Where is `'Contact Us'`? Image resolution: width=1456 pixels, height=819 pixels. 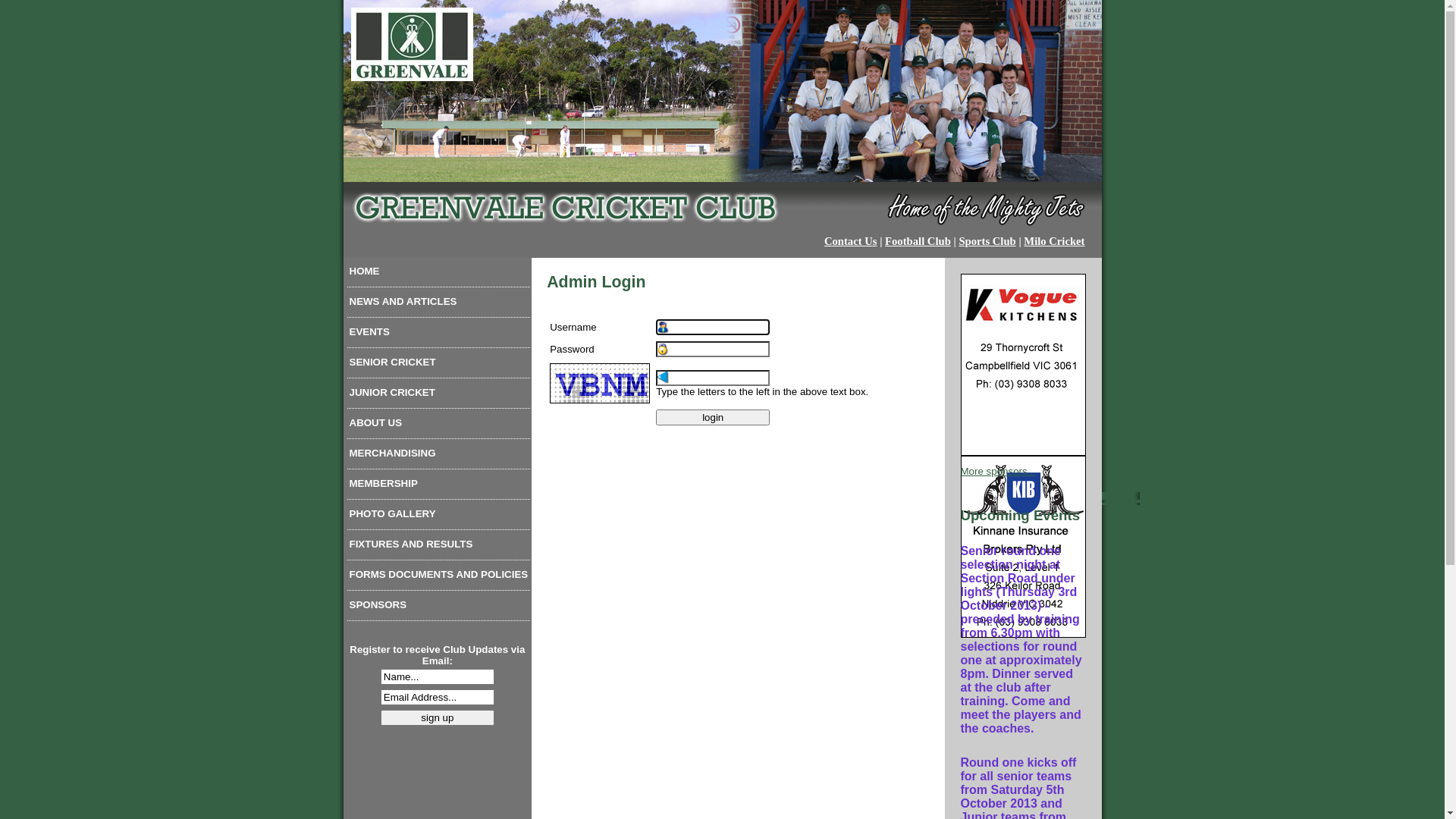 'Contact Us' is located at coordinates (851, 240).